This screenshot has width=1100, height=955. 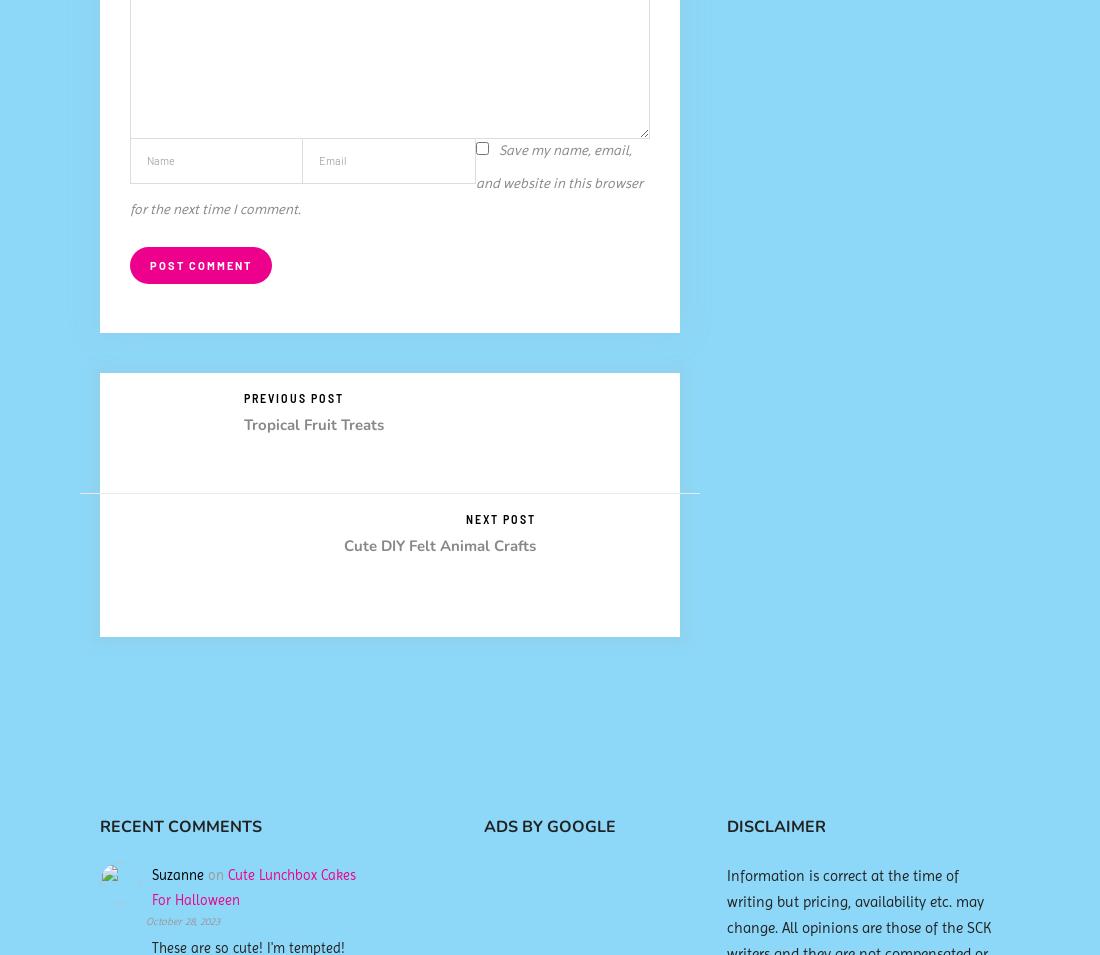 What do you see at coordinates (99, 825) in the screenshot?
I see `'RECENT COMMENTS'` at bounding box center [99, 825].